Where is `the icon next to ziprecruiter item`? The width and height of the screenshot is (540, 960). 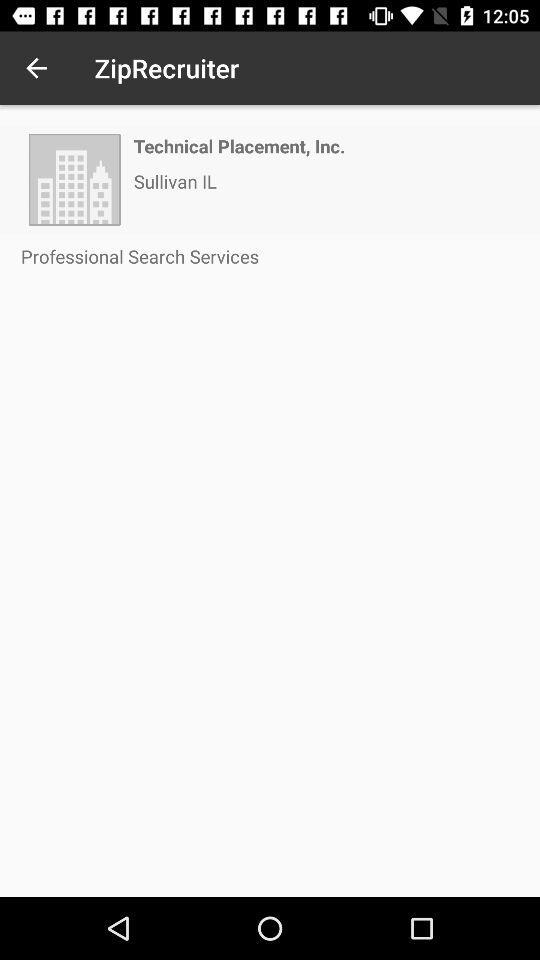 the icon next to ziprecruiter item is located at coordinates (36, 68).